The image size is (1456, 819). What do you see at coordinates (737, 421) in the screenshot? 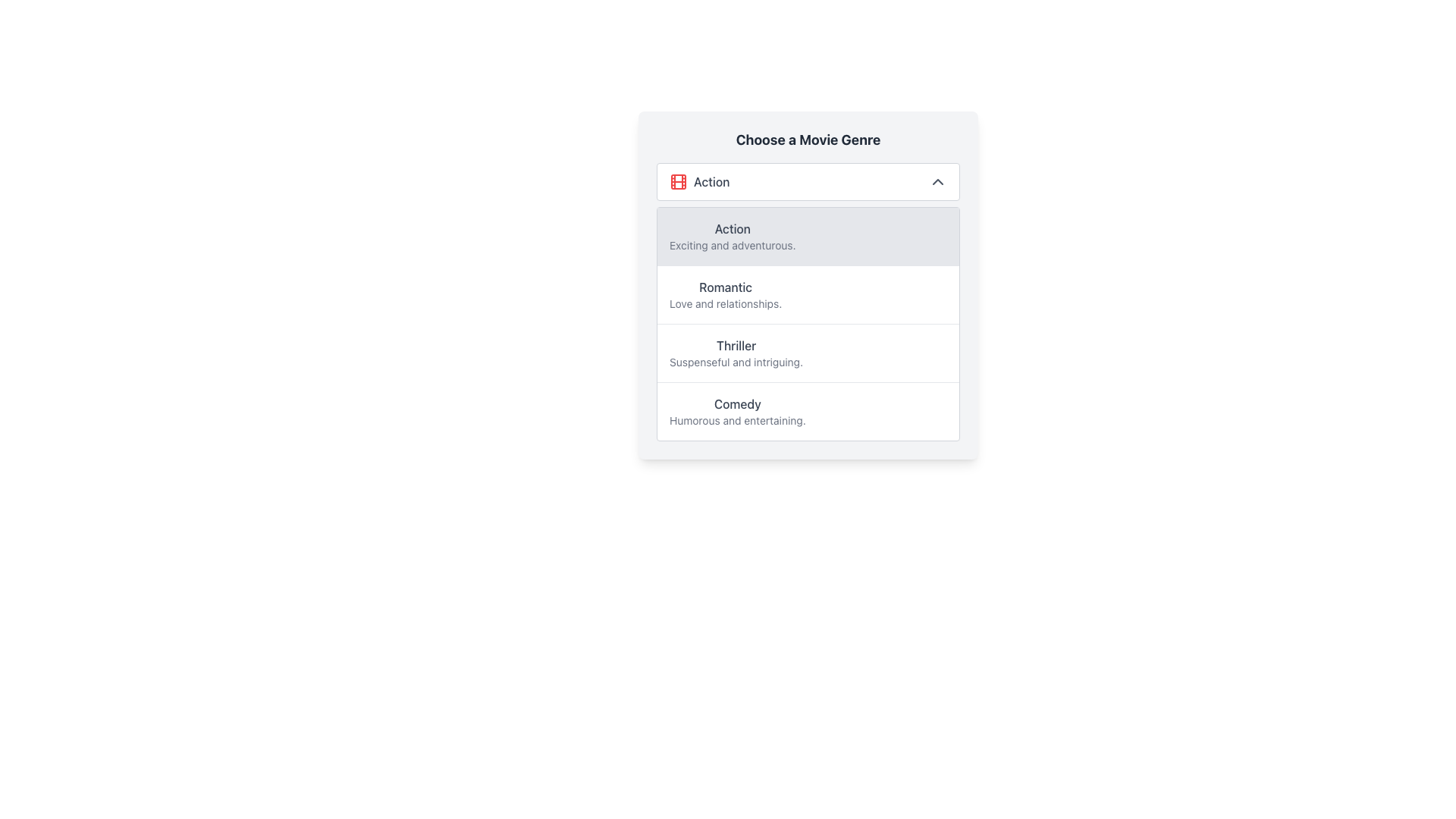
I see `the static text label saying 'Humorous and entertaining.' located beneath the 'Comedy' label in the movie genres list` at bounding box center [737, 421].